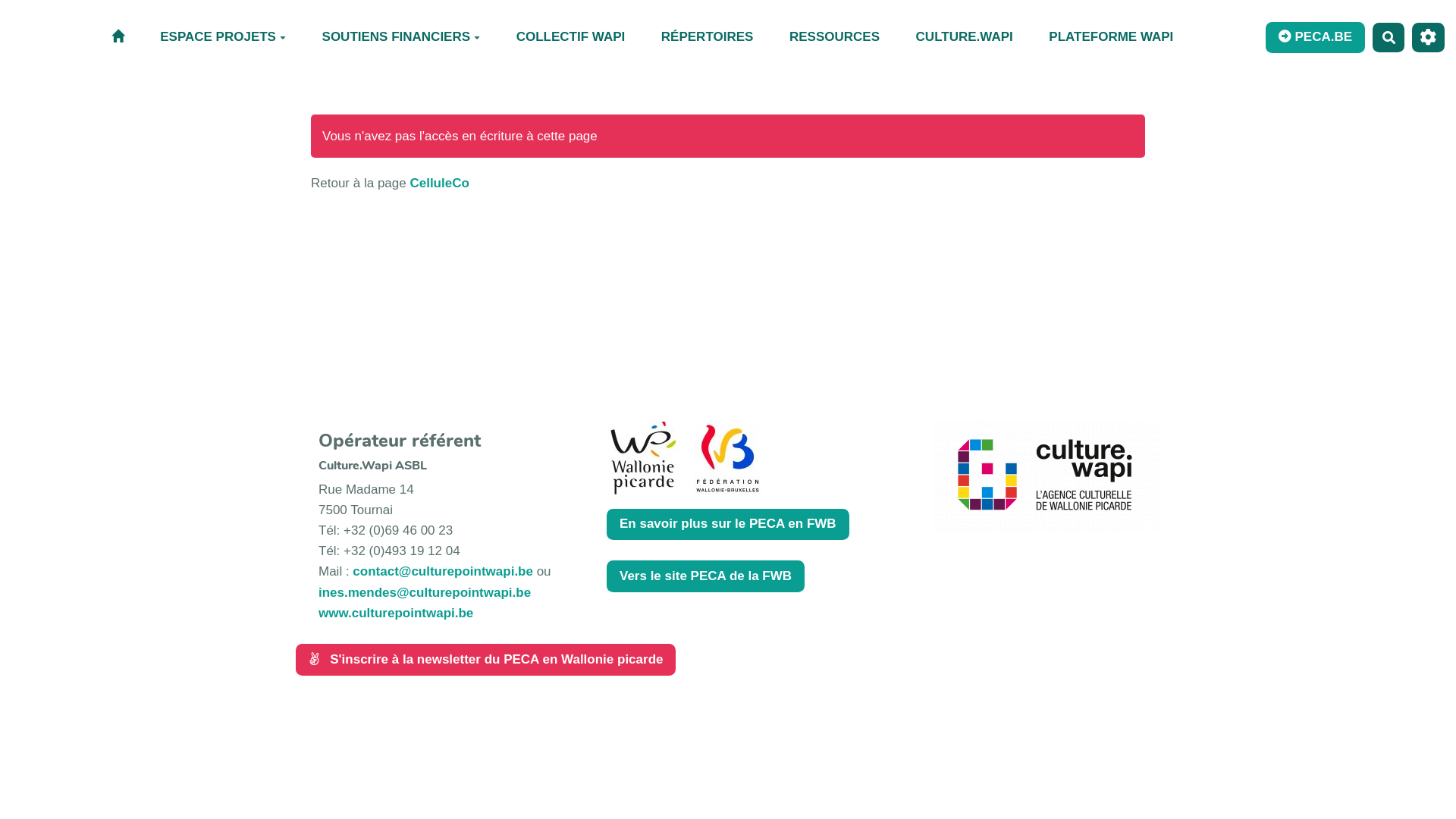 The image size is (1456, 819). What do you see at coordinates (396, 612) in the screenshot?
I see `'www.culturepointwapi.be'` at bounding box center [396, 612].